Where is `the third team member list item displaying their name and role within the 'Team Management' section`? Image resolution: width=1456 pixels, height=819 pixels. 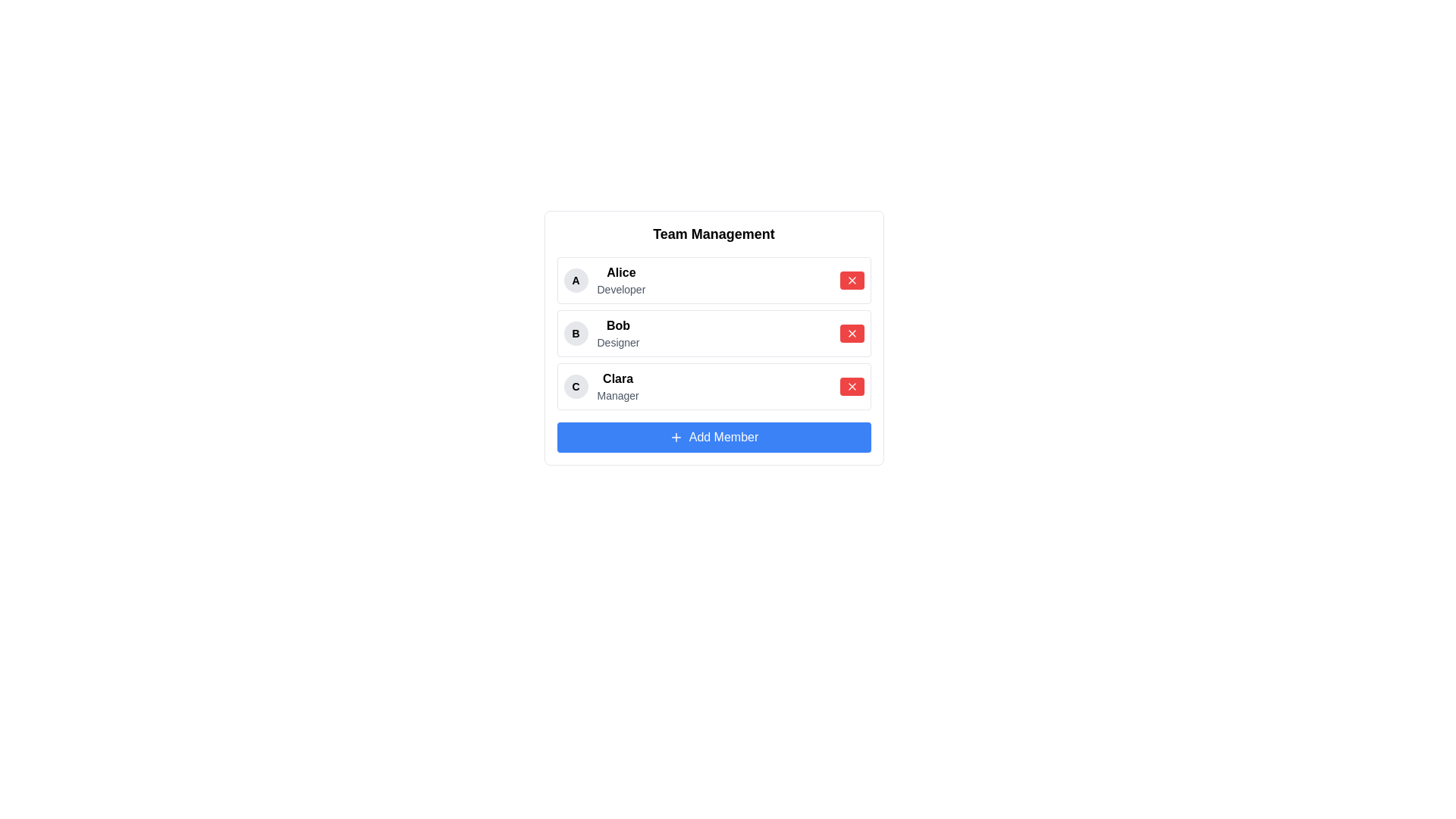 the third team member list item displaying their name and role within the 'Team Management' section is located at coordinates (601, 385).